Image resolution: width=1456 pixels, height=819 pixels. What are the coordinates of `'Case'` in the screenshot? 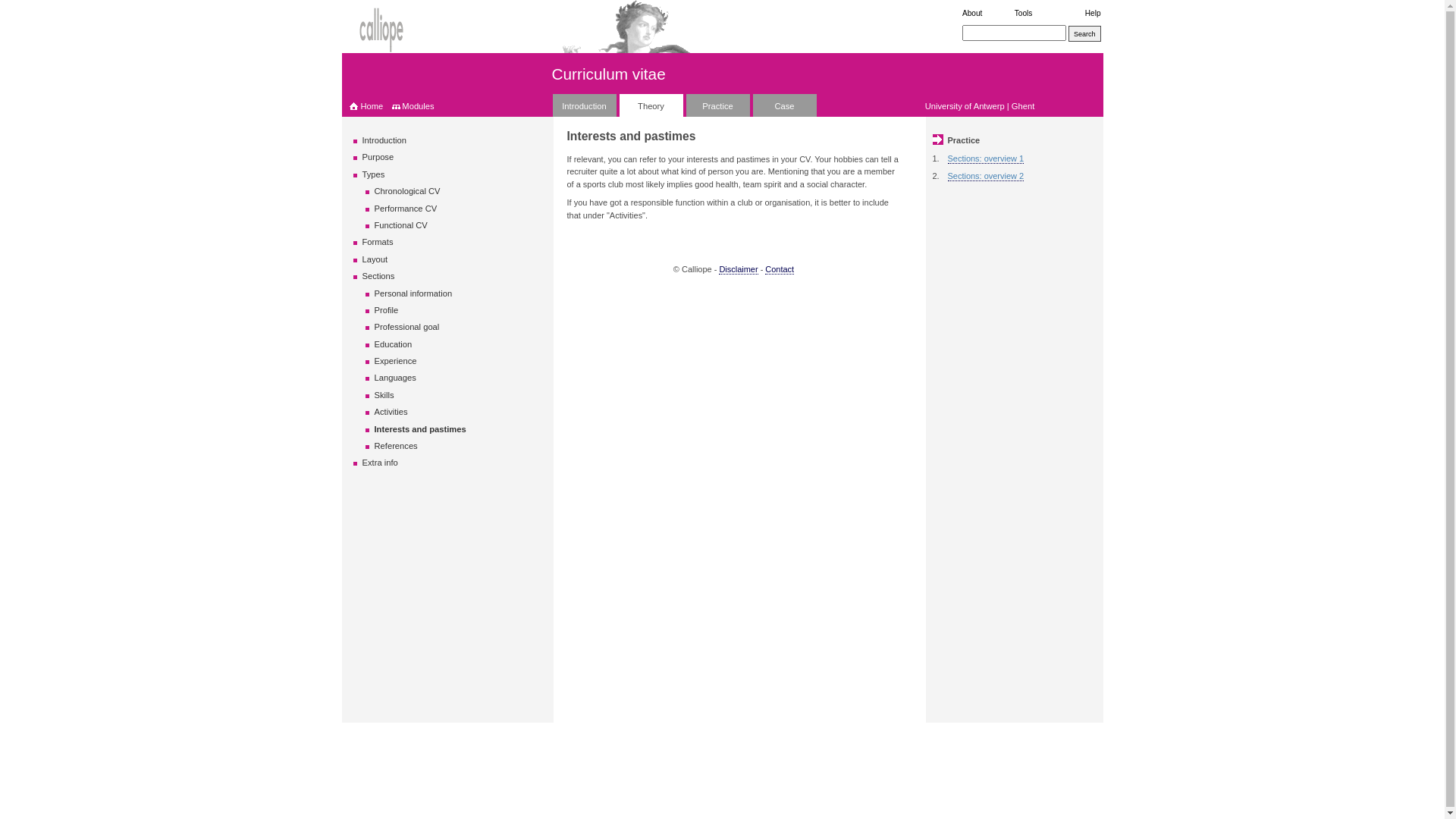 It's located at (783, 104).